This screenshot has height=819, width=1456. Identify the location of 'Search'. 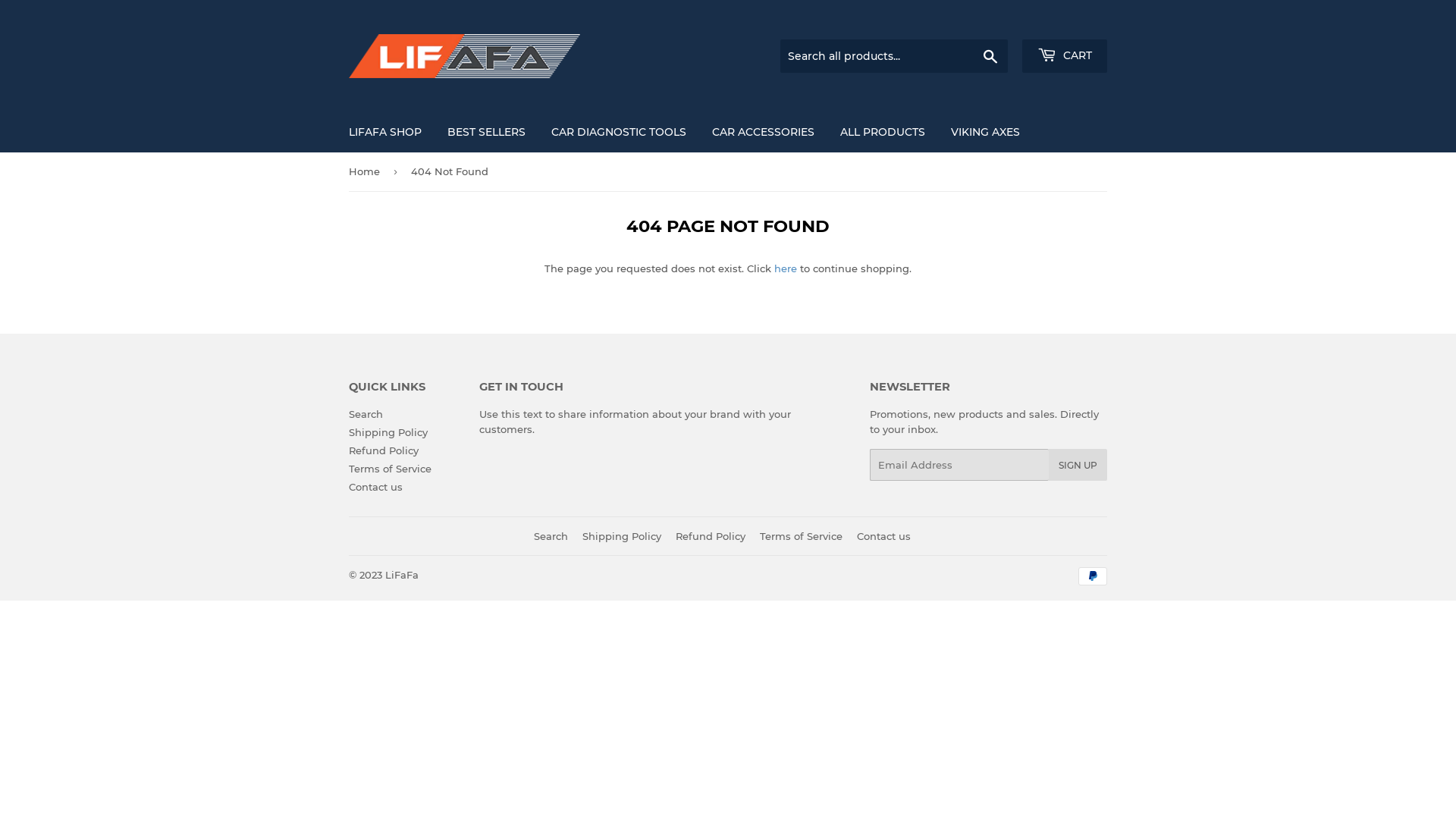
(990, 55).